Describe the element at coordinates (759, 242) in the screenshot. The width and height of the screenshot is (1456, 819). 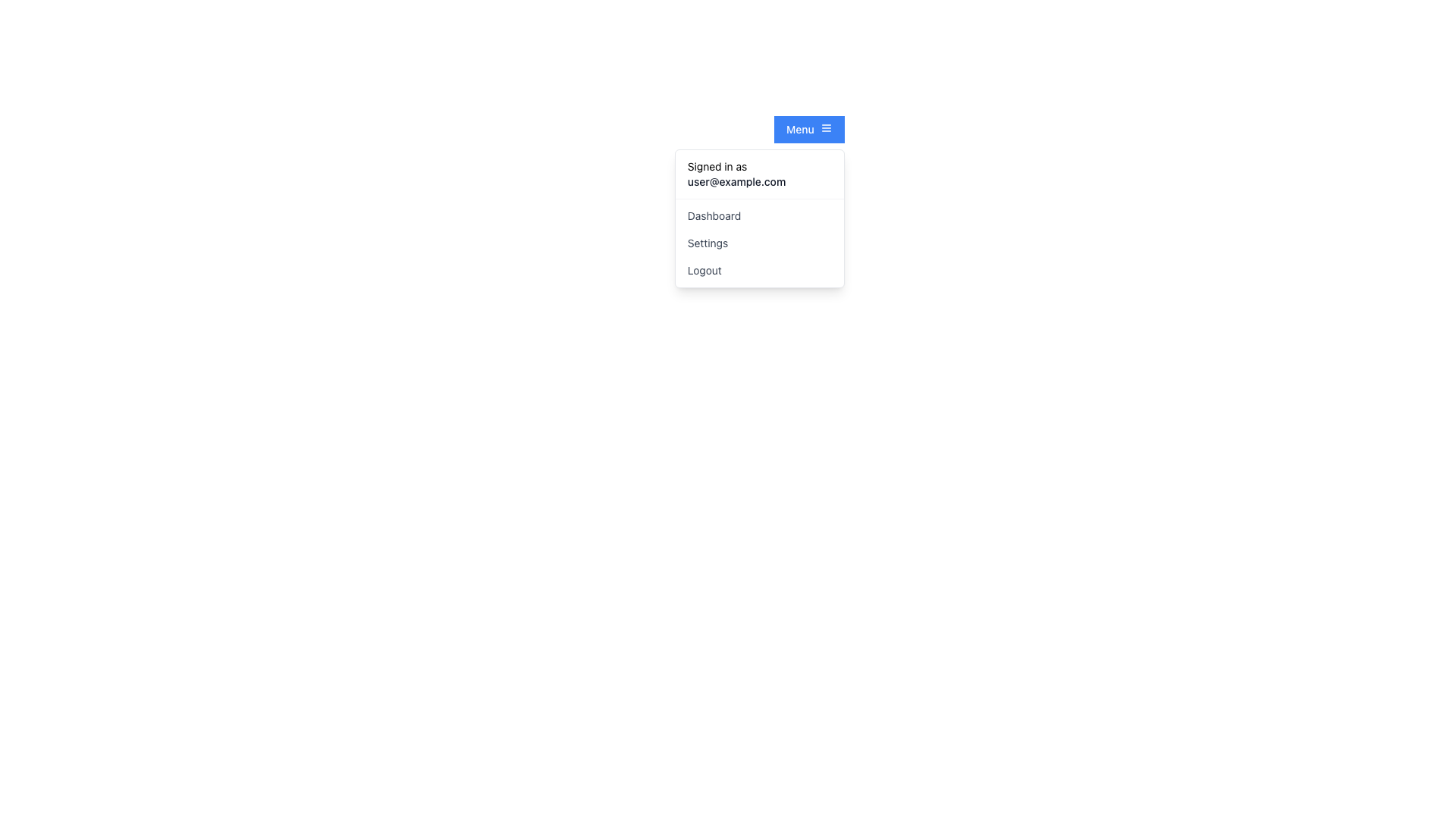
I see `the 'Settings' menu item in the dropdown menu` at that location.